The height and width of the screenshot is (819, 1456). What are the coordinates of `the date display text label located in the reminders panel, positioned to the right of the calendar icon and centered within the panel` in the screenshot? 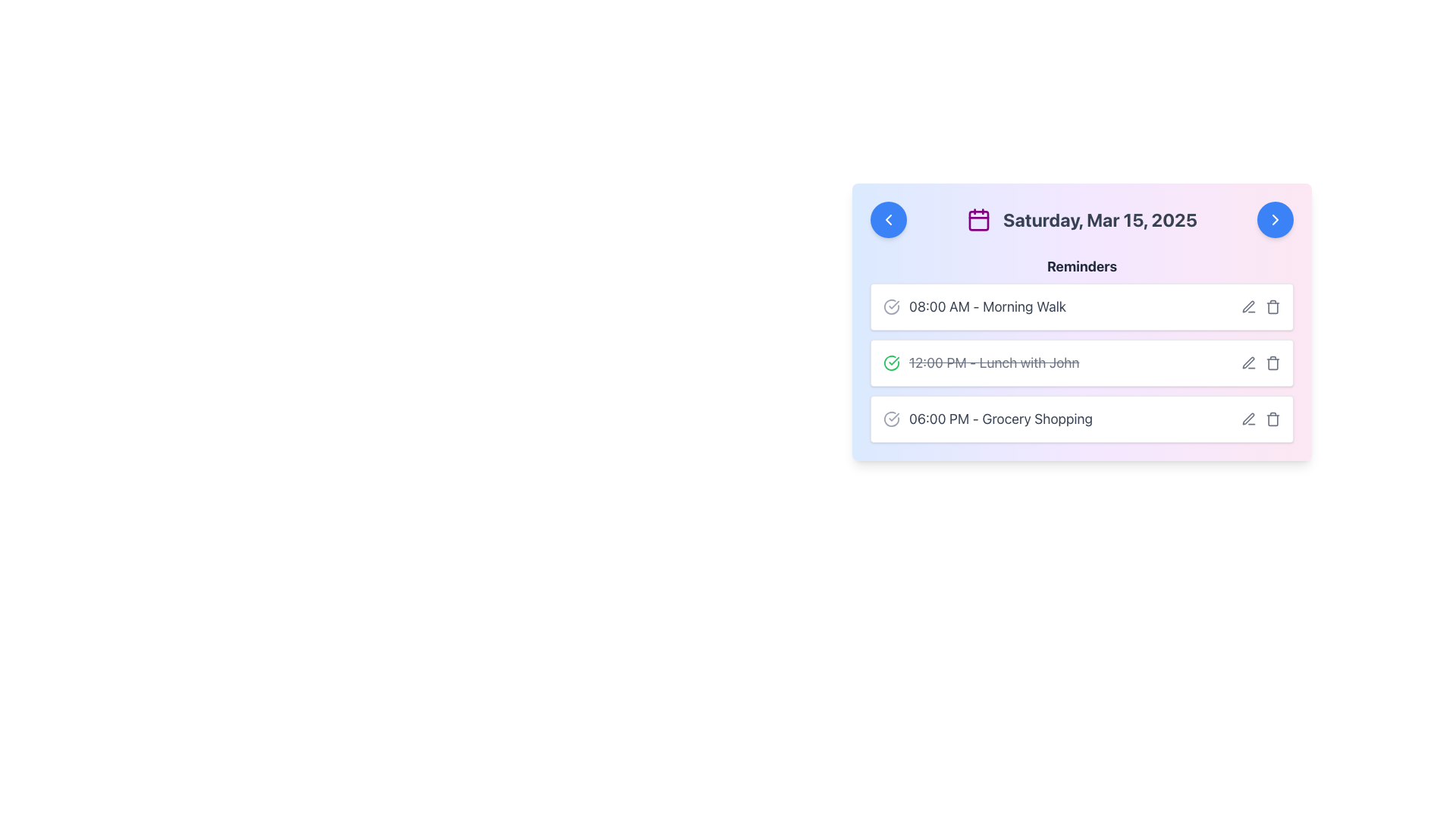 It's located at (1100, 219).